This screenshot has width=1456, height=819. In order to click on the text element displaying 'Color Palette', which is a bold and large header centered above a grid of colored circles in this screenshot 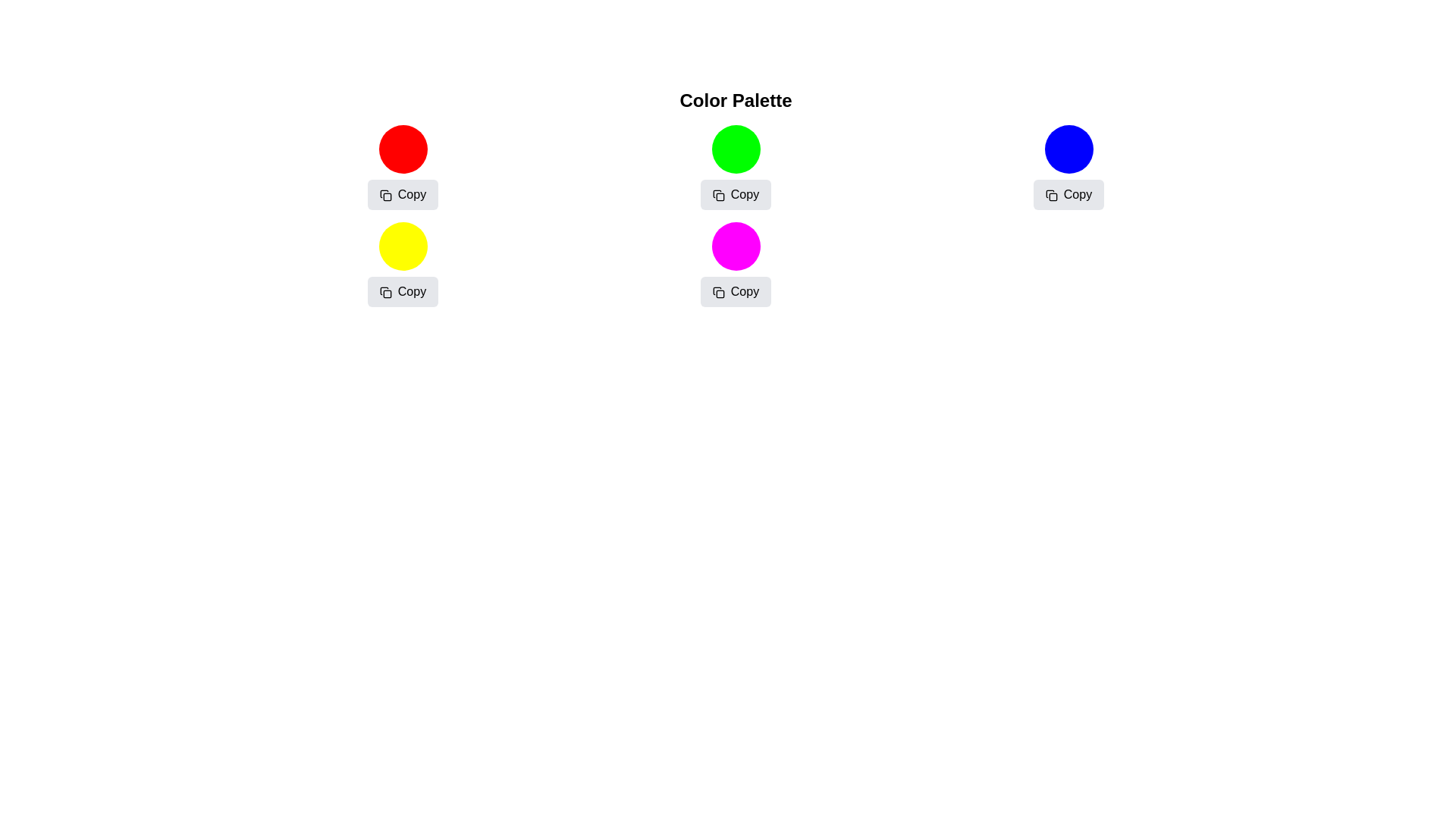, I will do `click(736, 100)`.